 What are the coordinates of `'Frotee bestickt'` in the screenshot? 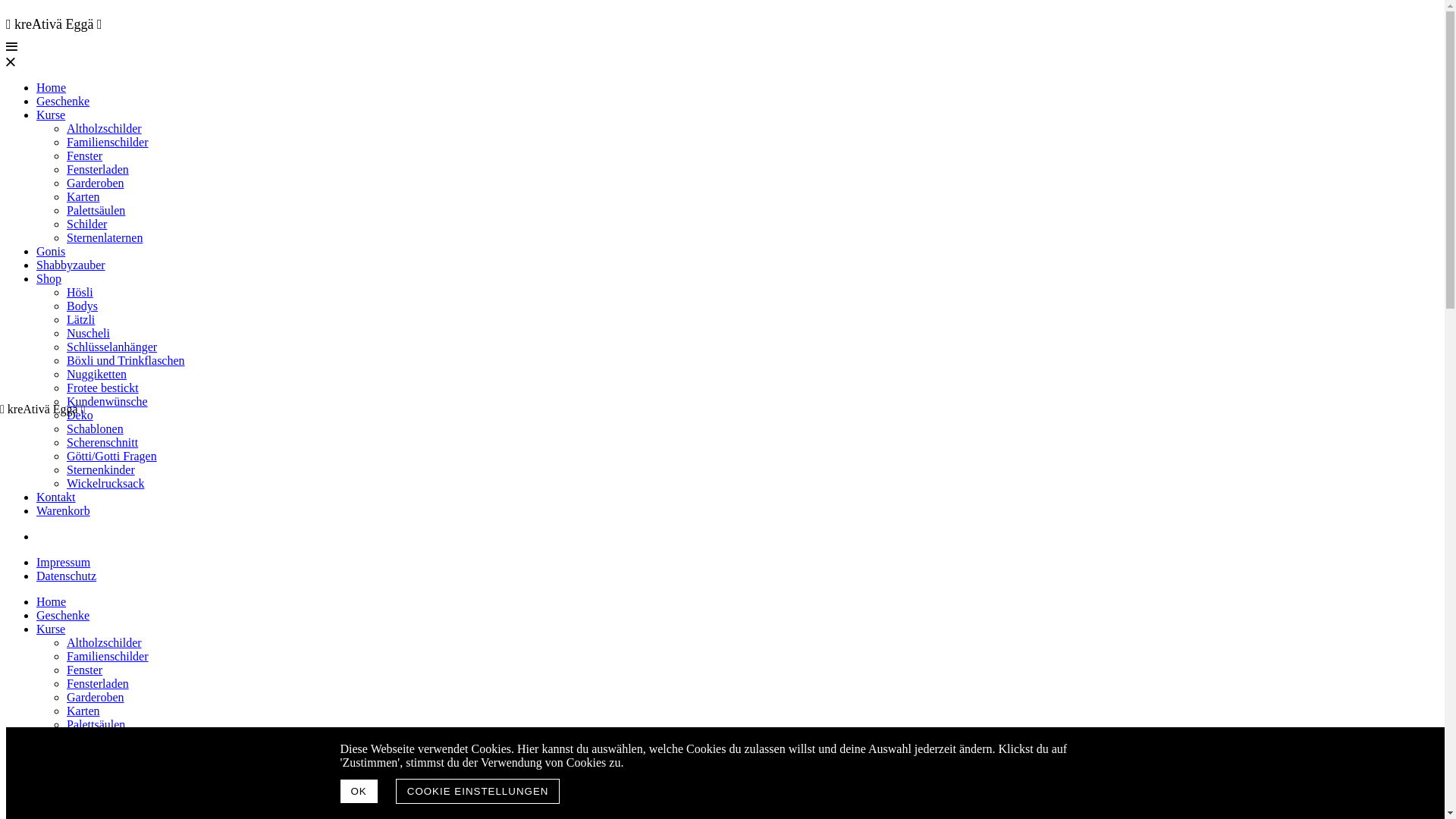 It's located at (65, 387).